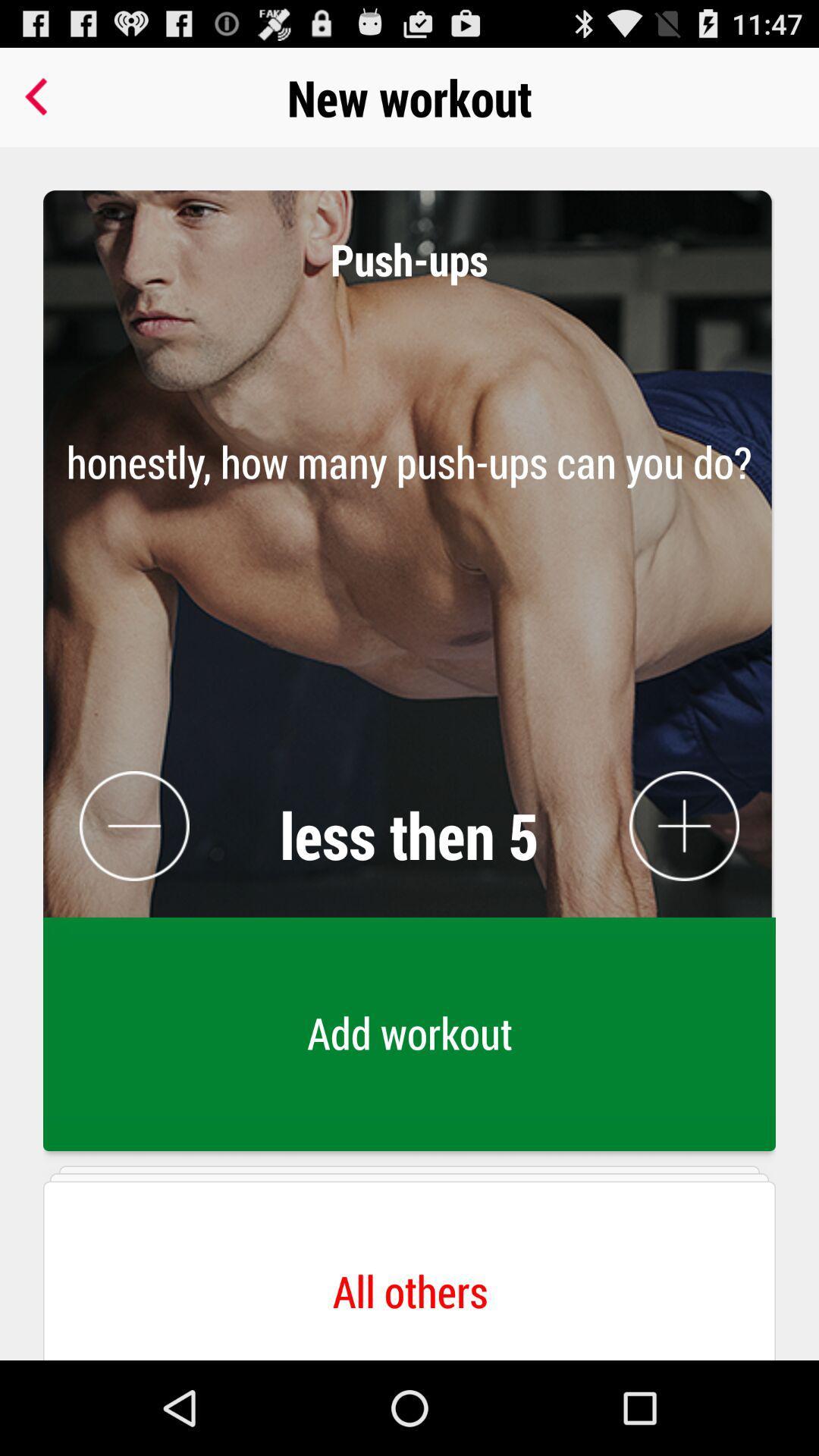  What do you see at coordinates (409, 614) in the screenshot?
I see `the button above all others item` at bounding box center [409, 614].